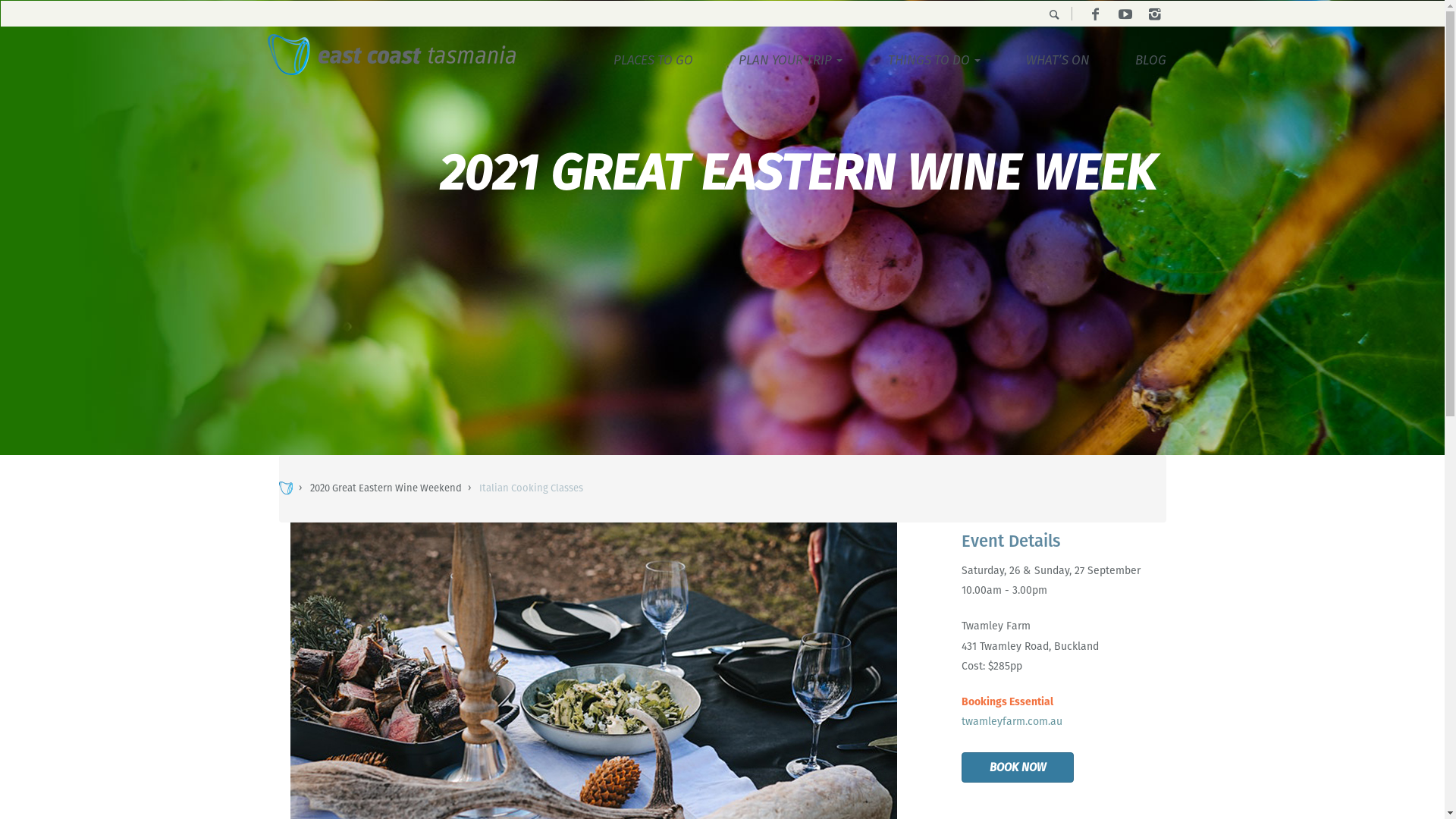 The height and width of the screenshot is (819, 1456). What do you see at coordinates (385, 488) in the screenshot?
I see `'2020 Great Eastern Wine Weekend'` at bounding box center [385, 488].